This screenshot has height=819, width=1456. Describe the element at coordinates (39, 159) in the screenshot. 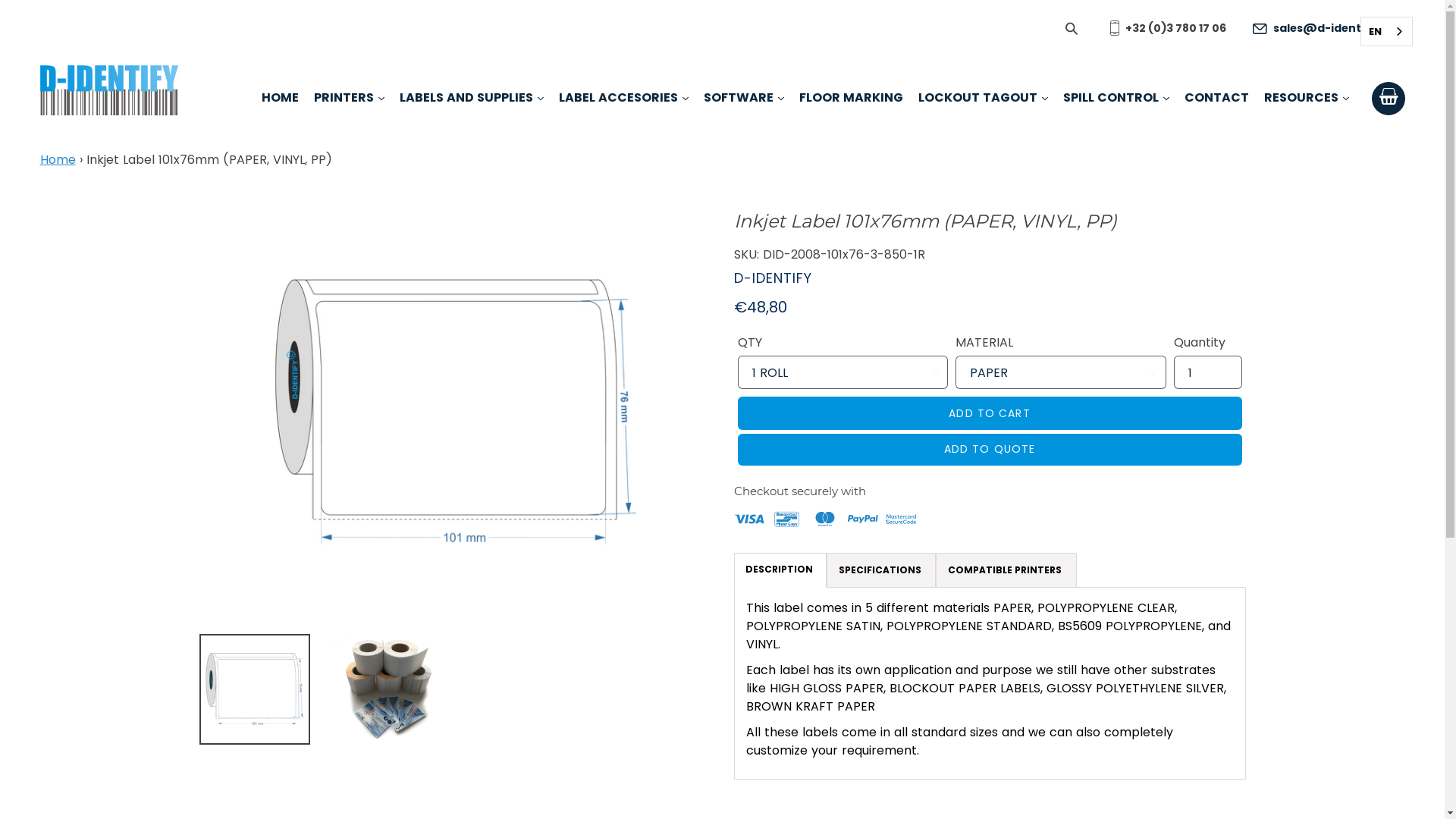

I see `'Home'` at that location.